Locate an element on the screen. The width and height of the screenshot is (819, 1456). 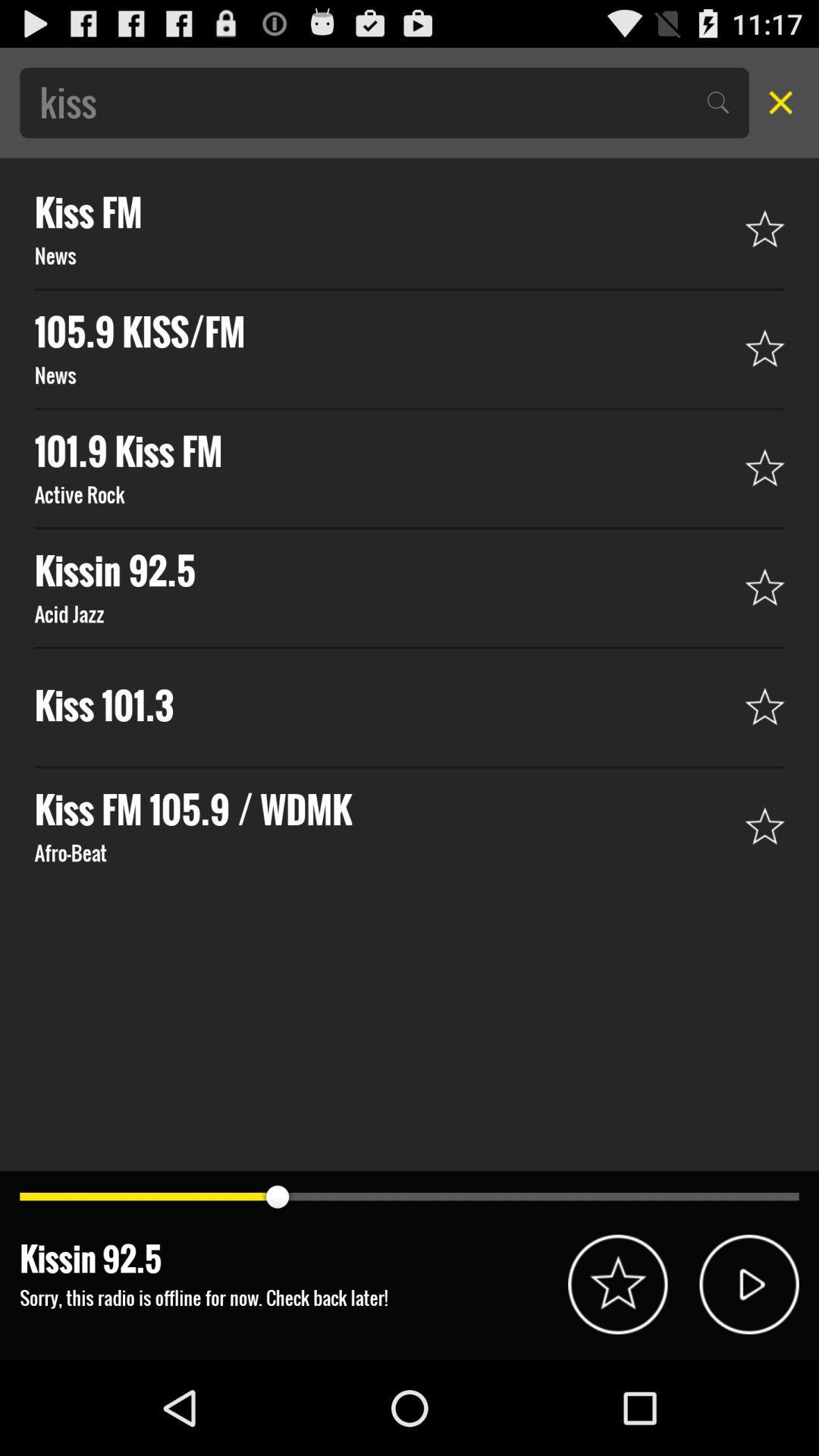
the play icon is located at coordinates (748, 1374).